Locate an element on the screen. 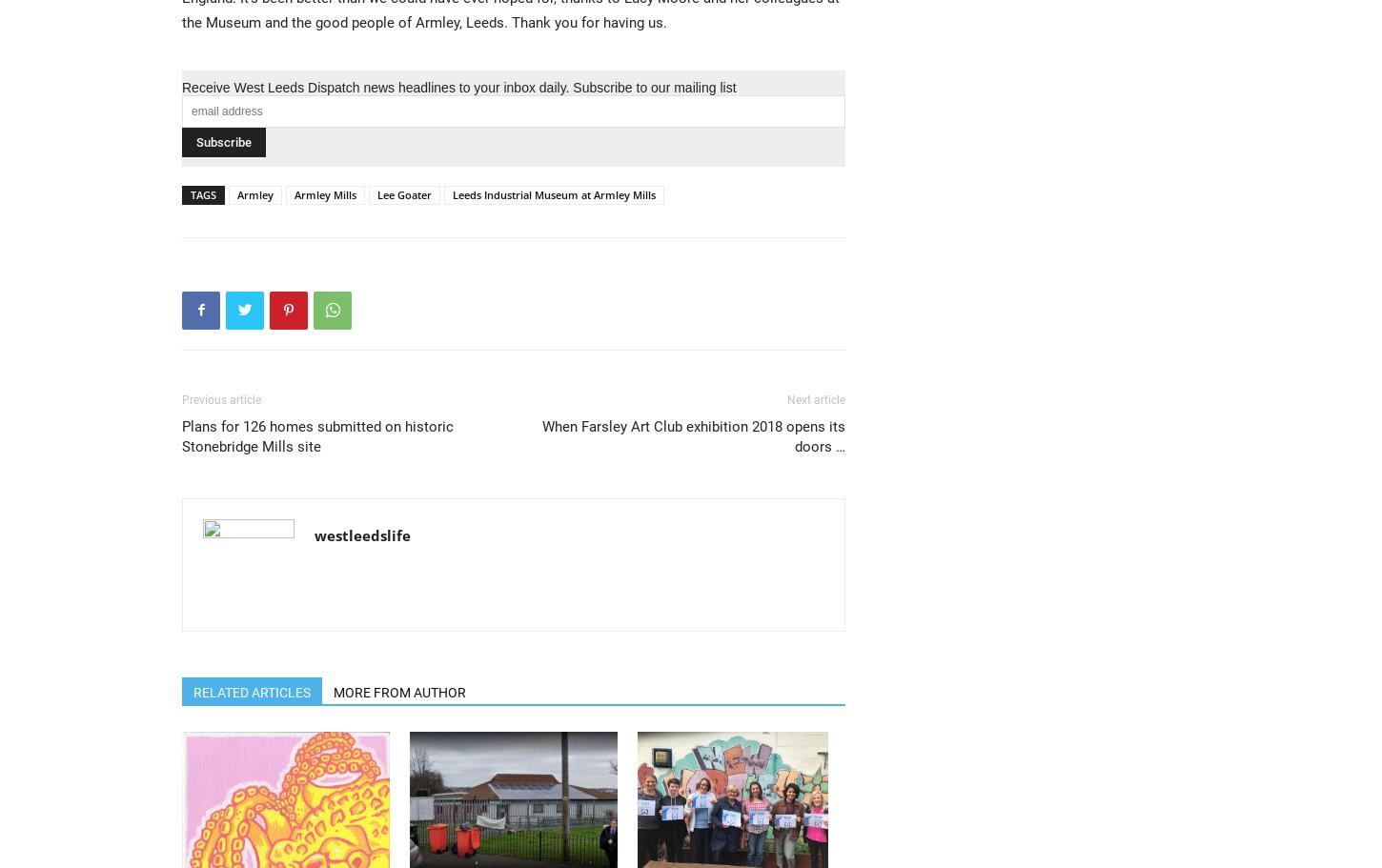  'When Farsley Art Club exhibition 2018 opens its doors …' is located at coordinates (694, 434).